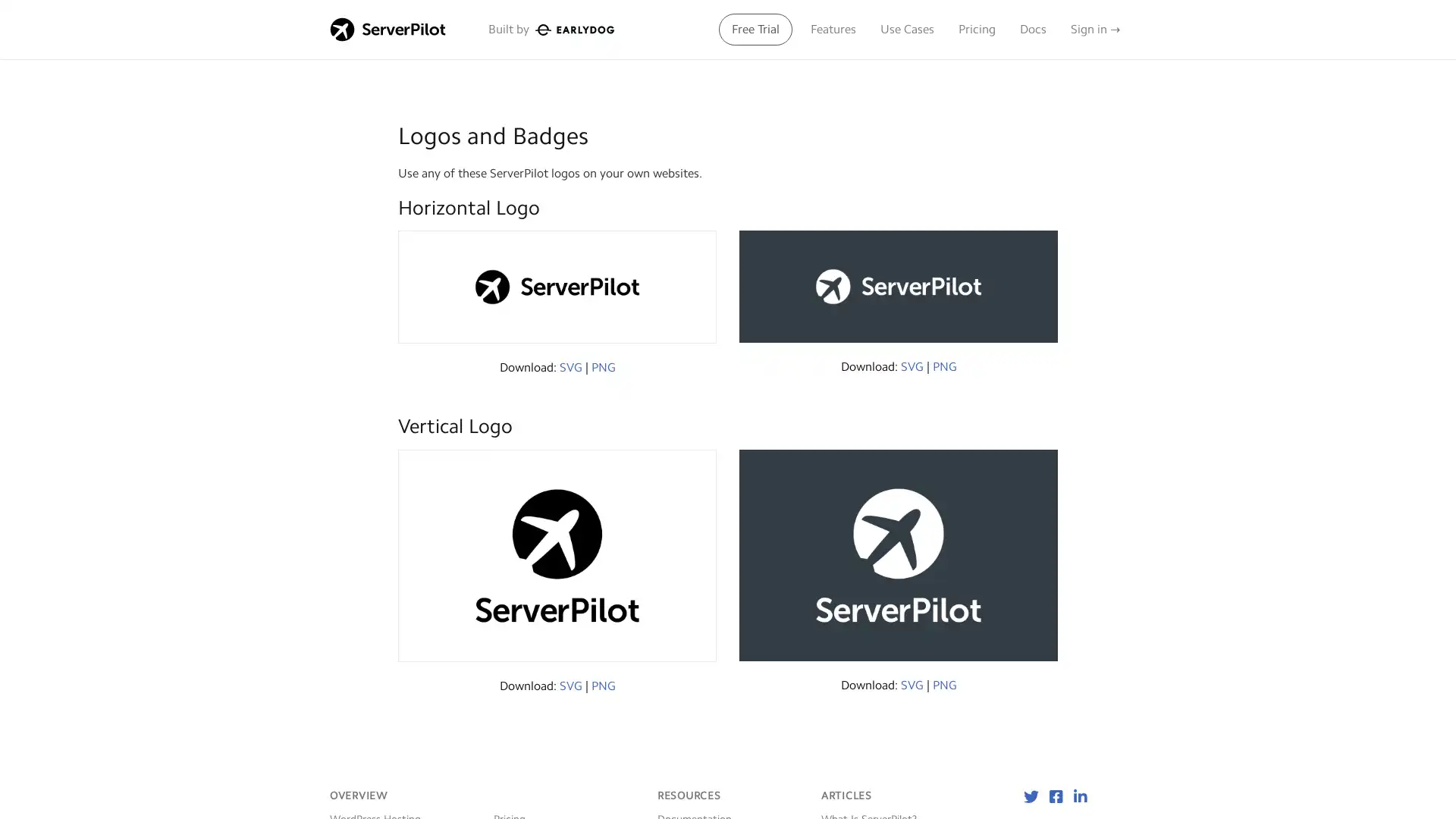  What do you see at coordinates (907, 29) in the screenshot?
I see `Use Cases` at bounding box center [907, 29].